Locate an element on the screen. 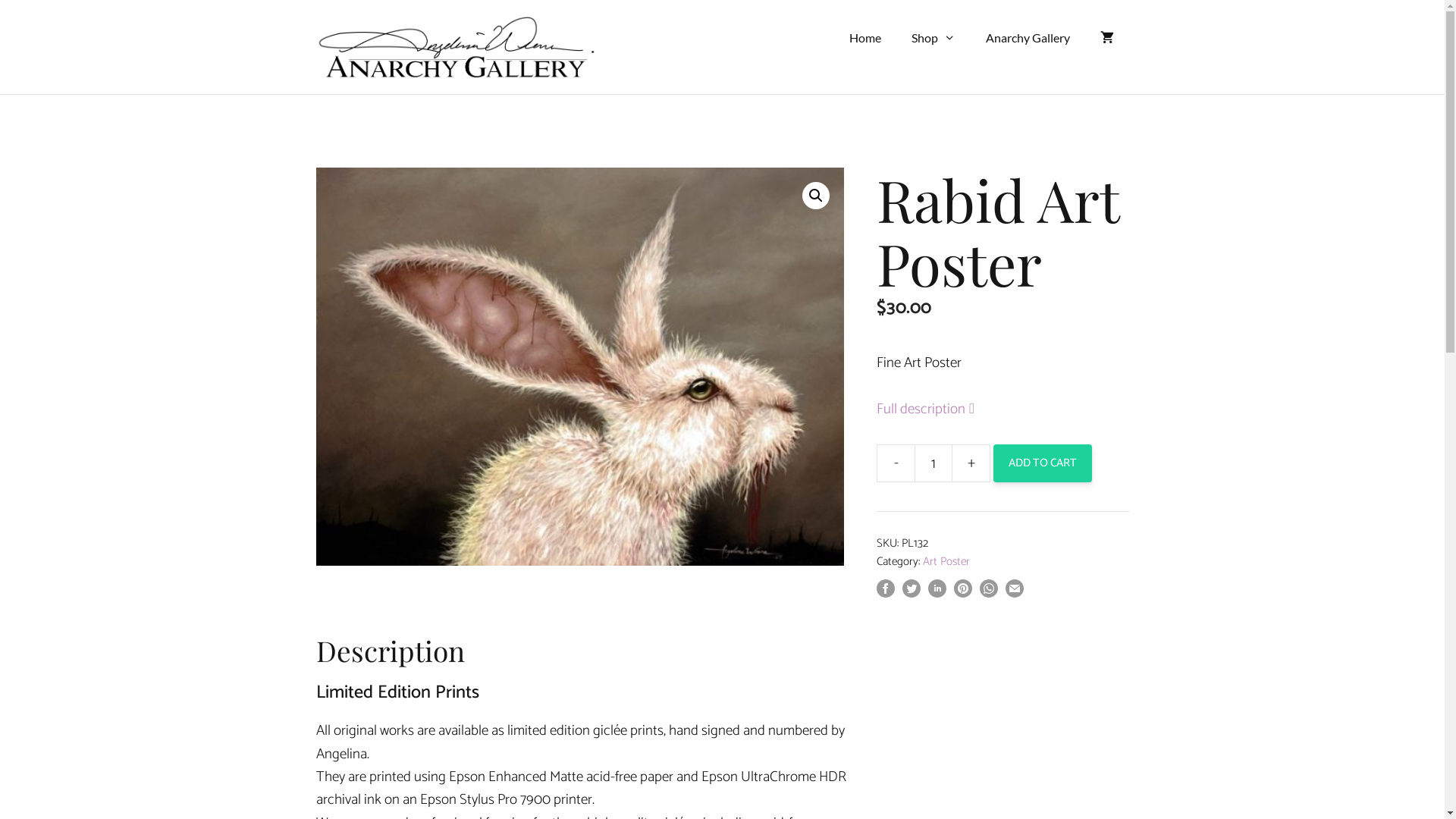 This screenshot has width=1456, height=819. 'Anarchy Gallery' is located at coordinates (971, 37).